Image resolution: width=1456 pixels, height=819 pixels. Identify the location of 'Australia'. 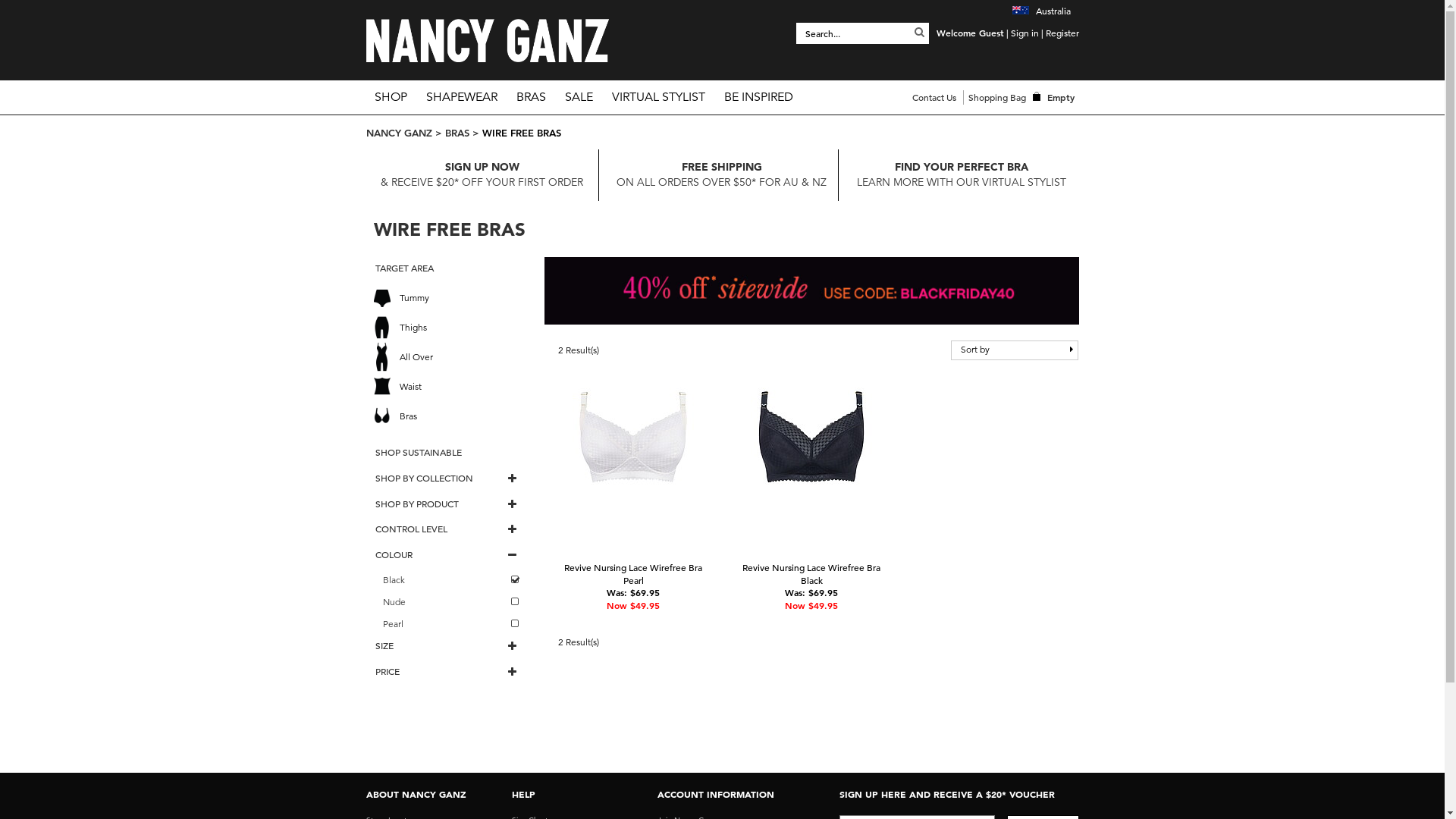
(1040, 11).